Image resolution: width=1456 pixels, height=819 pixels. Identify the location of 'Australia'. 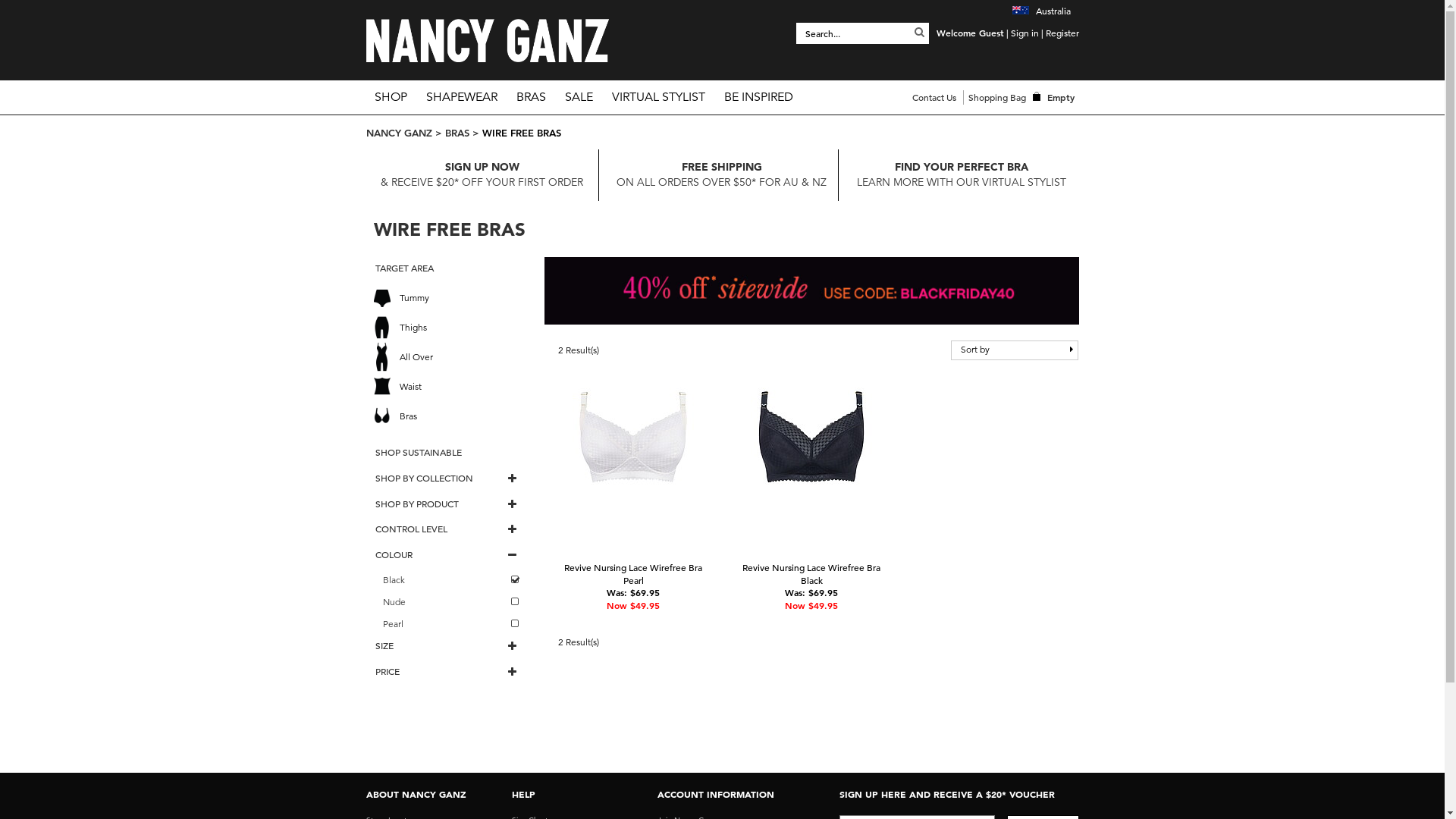
(1040, 11).